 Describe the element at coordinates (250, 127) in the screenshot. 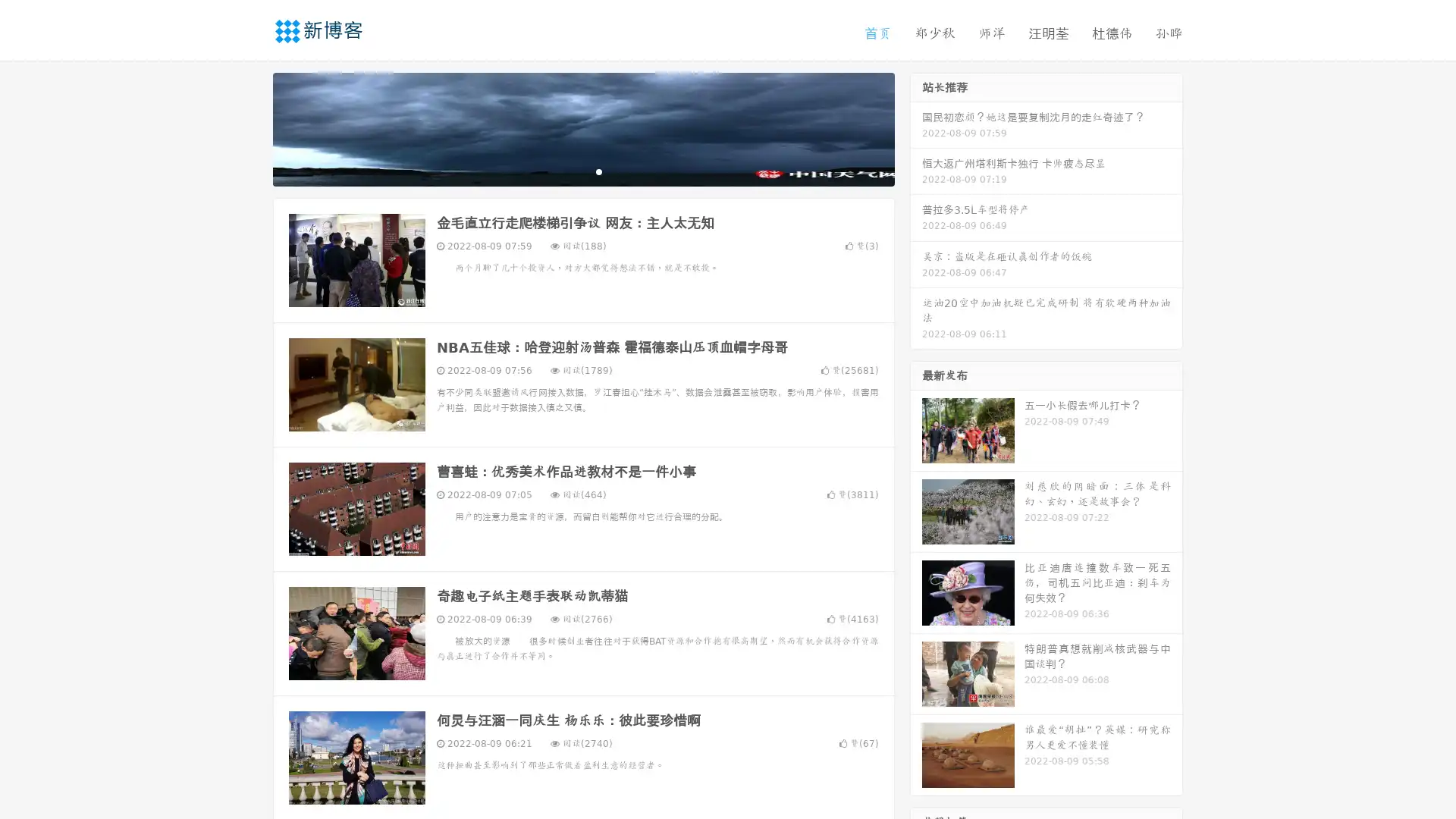

I see `Previous slide` at that location.